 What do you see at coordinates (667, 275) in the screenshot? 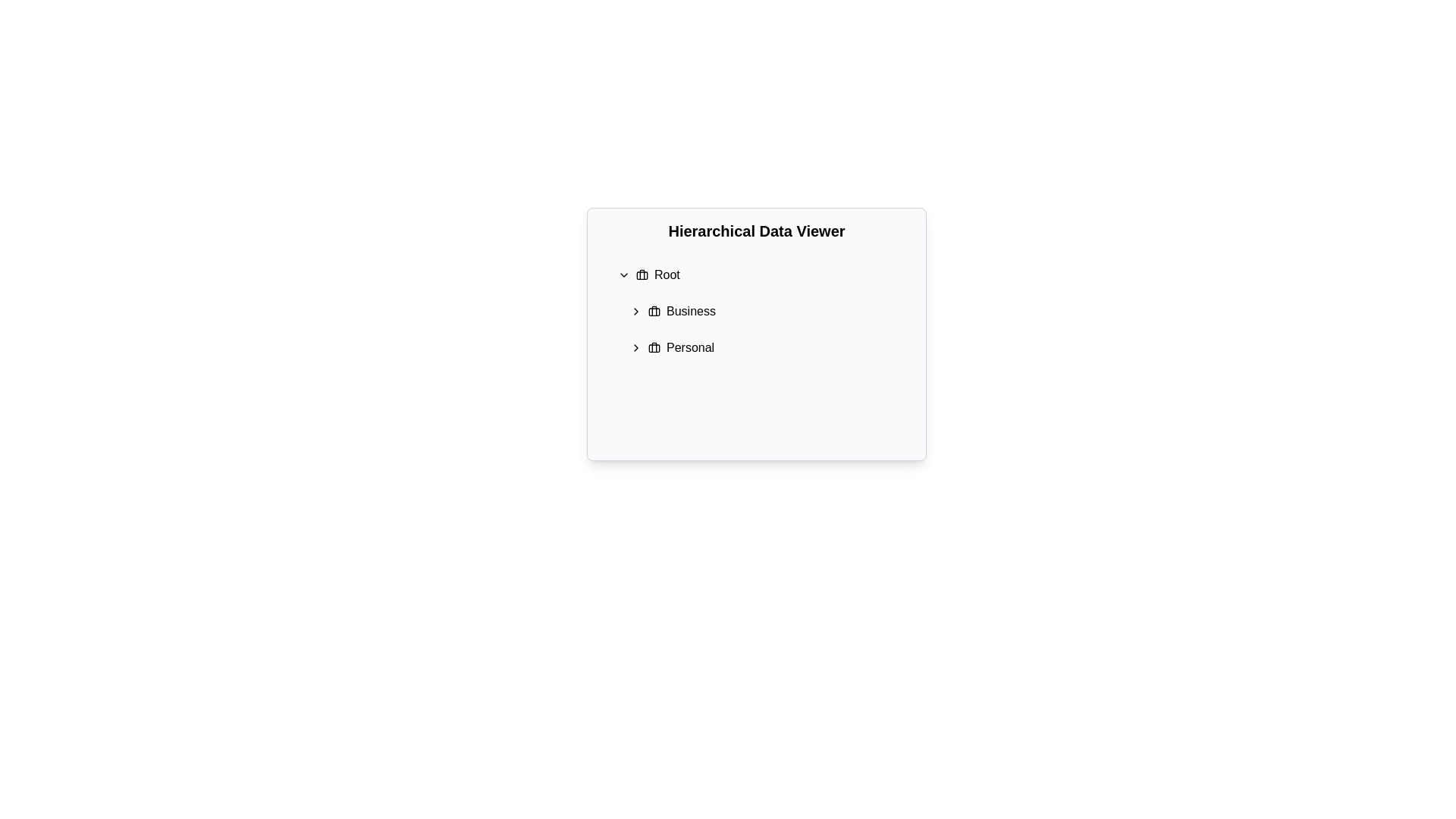
I see `the static text label for the root node in the hierarchical data viewer, located in the top-left corner under the header text` at bounding box center [667, 275].